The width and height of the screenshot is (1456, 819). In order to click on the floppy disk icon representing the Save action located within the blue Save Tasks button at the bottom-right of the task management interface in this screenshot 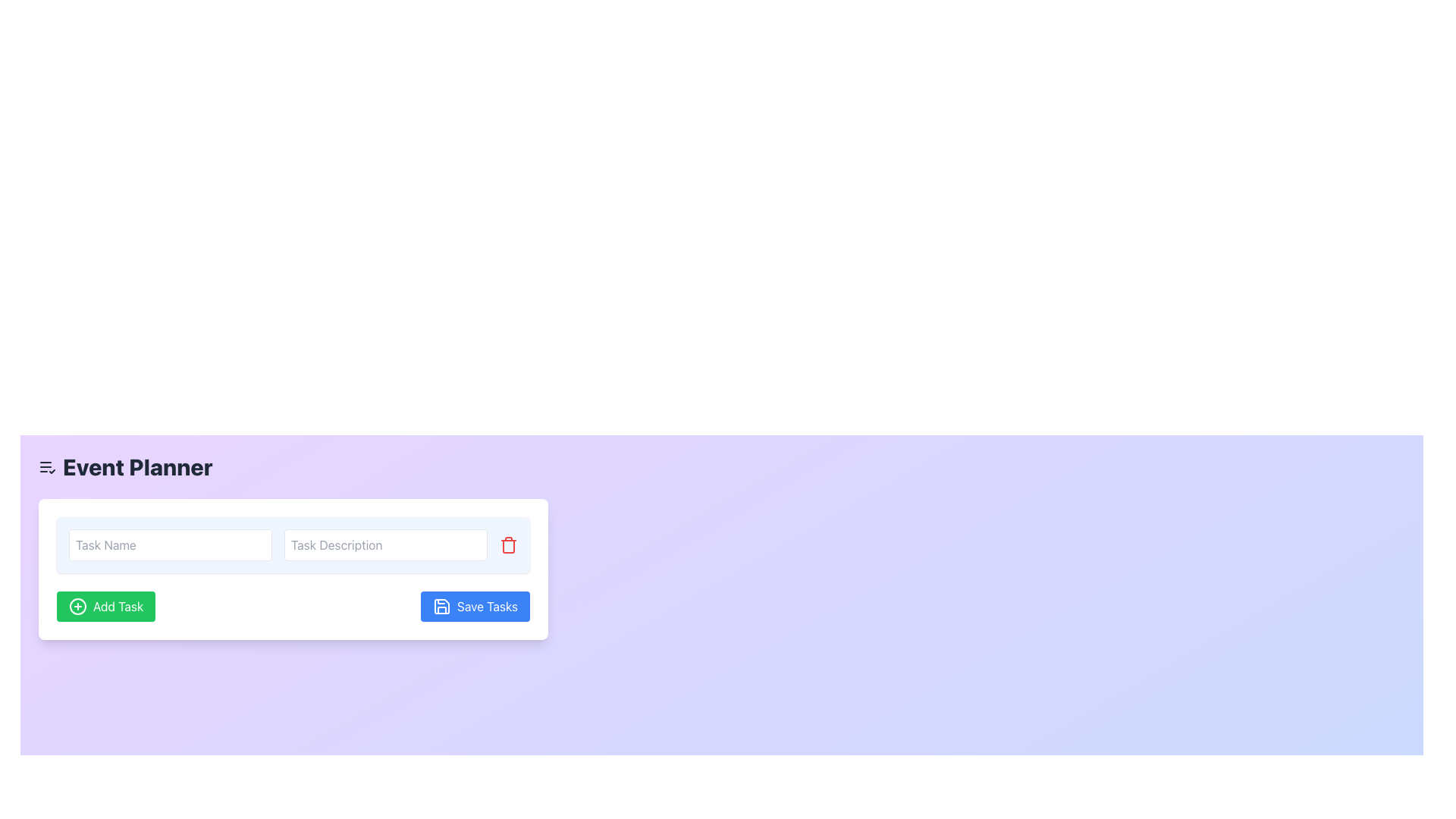, I will do `click(441, 605)`.